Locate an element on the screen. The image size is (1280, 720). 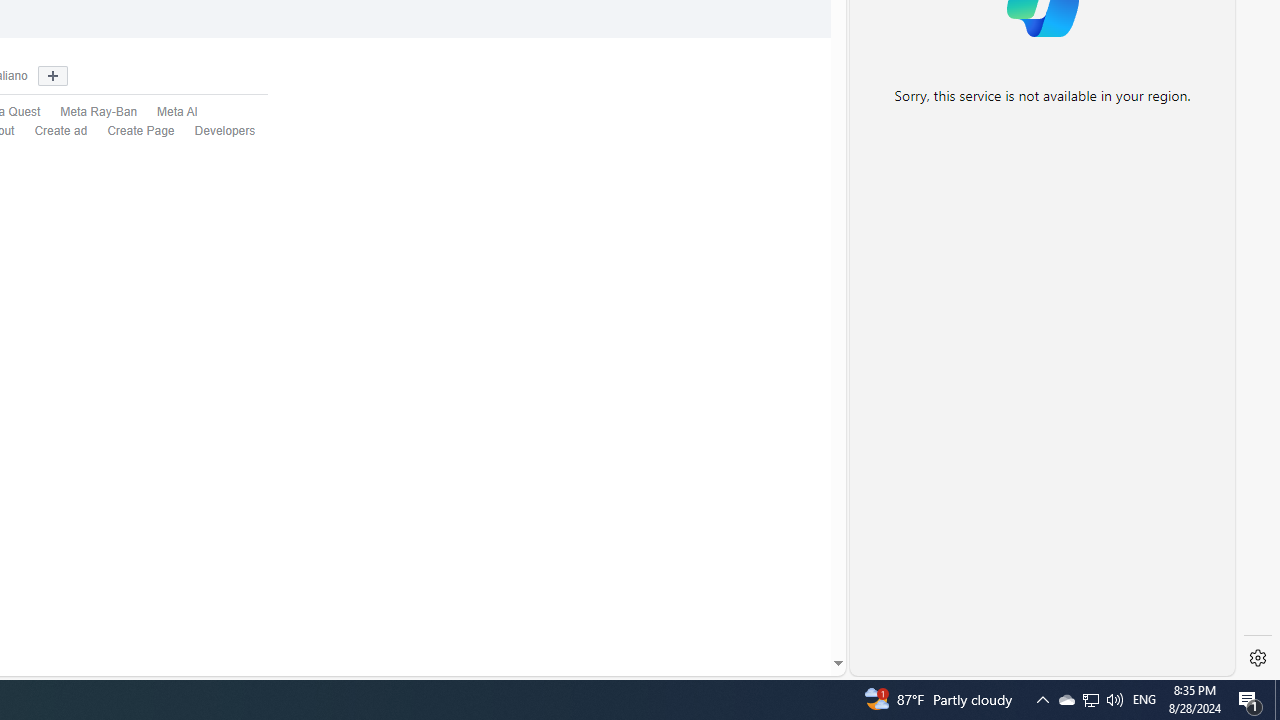
'Show more languages' is located at coordinates (52, 75).